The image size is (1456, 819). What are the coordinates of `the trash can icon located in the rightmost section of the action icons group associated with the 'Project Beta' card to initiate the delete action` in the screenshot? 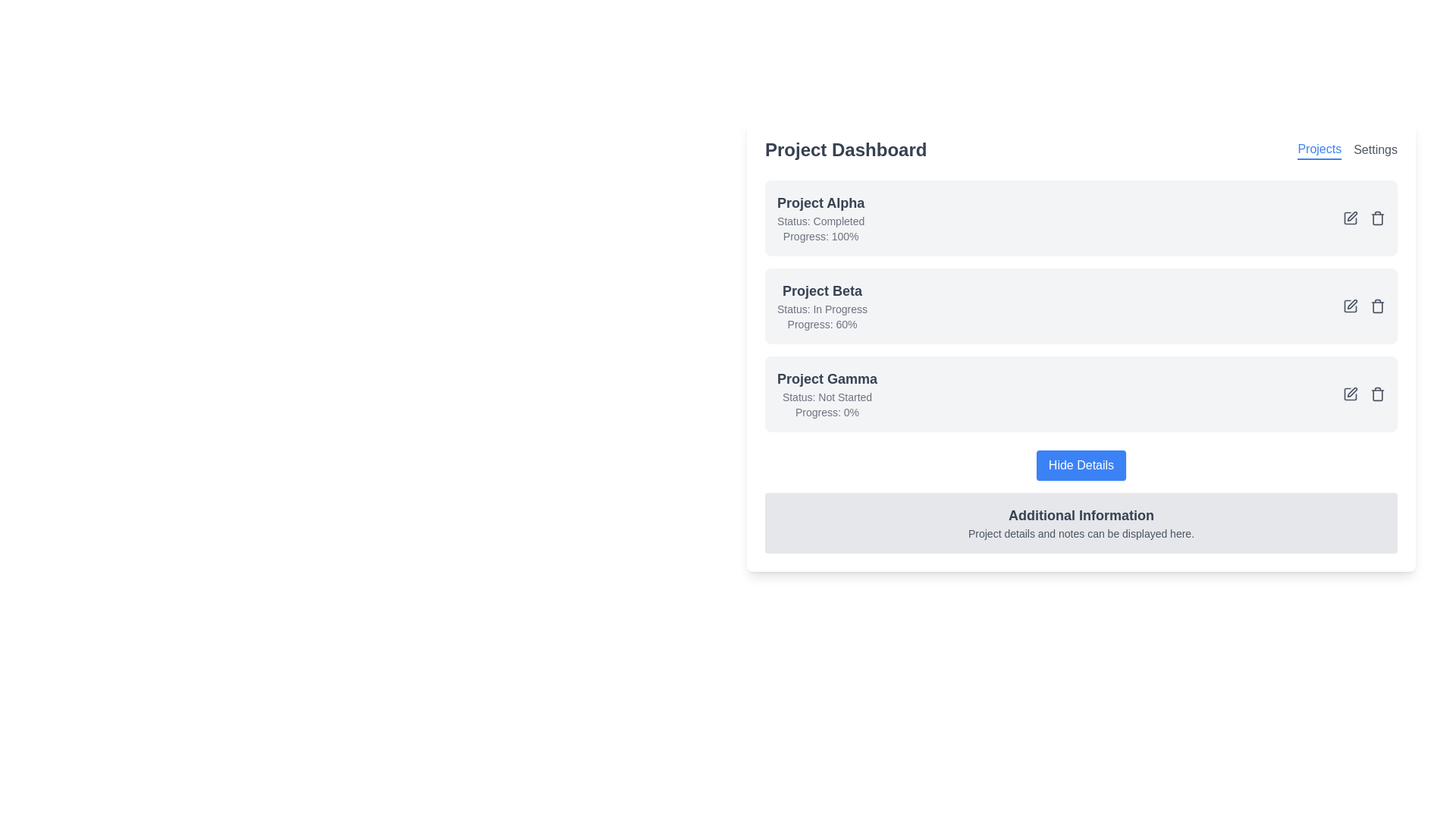 It's located at (1378, 306).